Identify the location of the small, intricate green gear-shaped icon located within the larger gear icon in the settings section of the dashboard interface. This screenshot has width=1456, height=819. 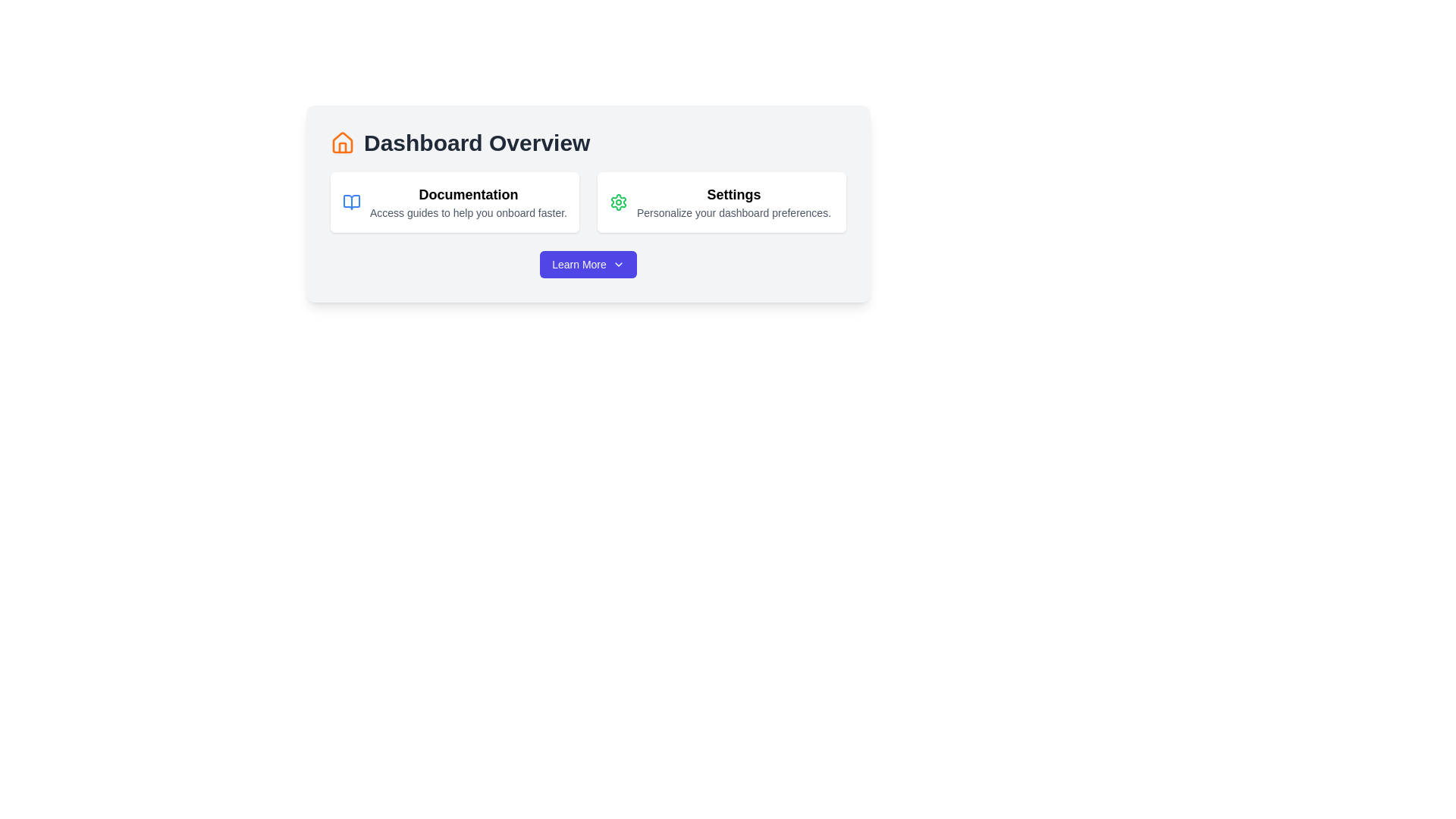
(619, 201).